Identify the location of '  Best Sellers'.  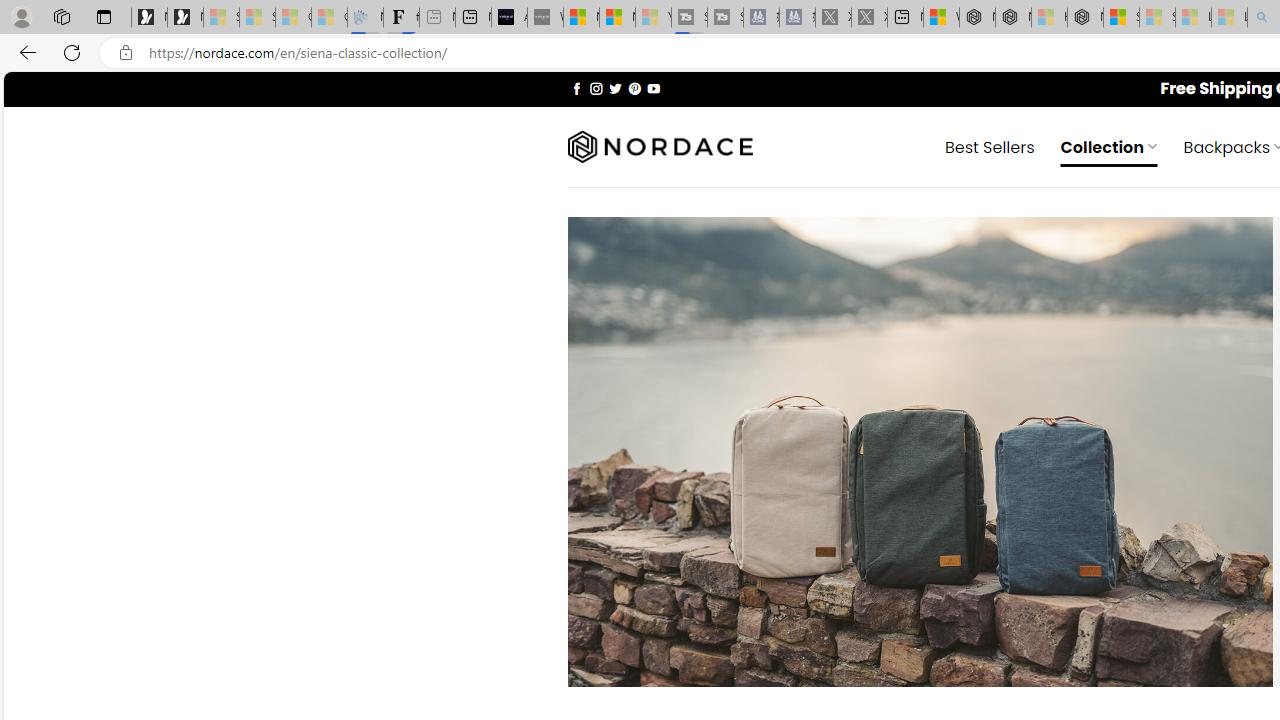
(990, 145).